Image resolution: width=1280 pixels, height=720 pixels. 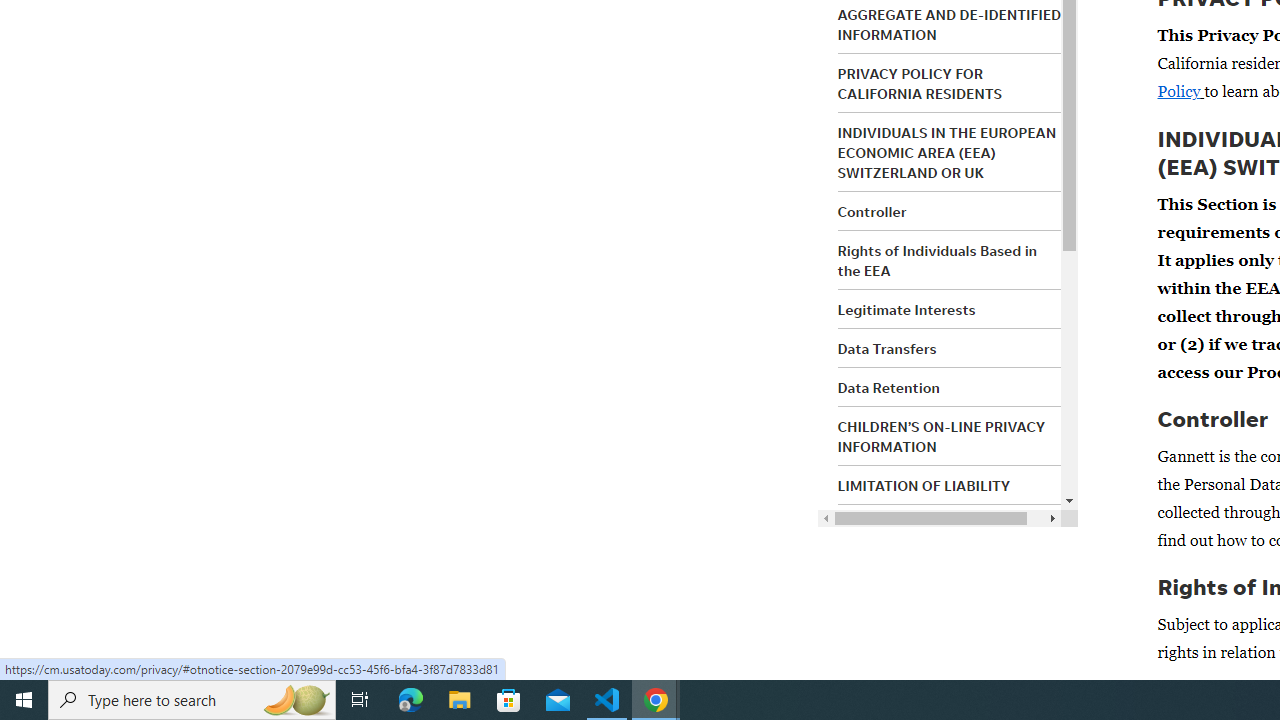 I want to click on 'LIMITATION OF LIABILITY', so click(x=923, y=486).